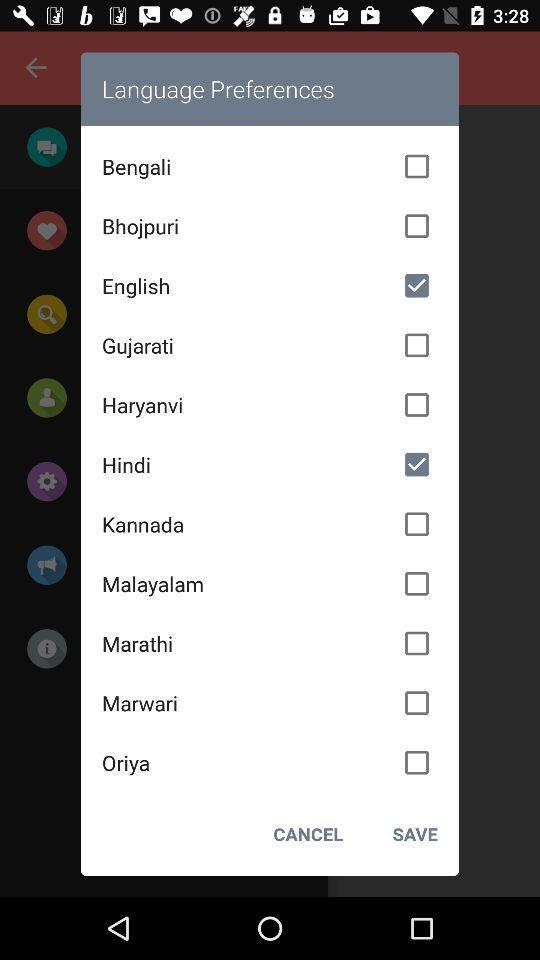 This screenshot has height=960, width=540. What do you see at coordinates (270, 404) in the screenshot?
I see `the haryanvi icon` at bounding box center [270, 404].